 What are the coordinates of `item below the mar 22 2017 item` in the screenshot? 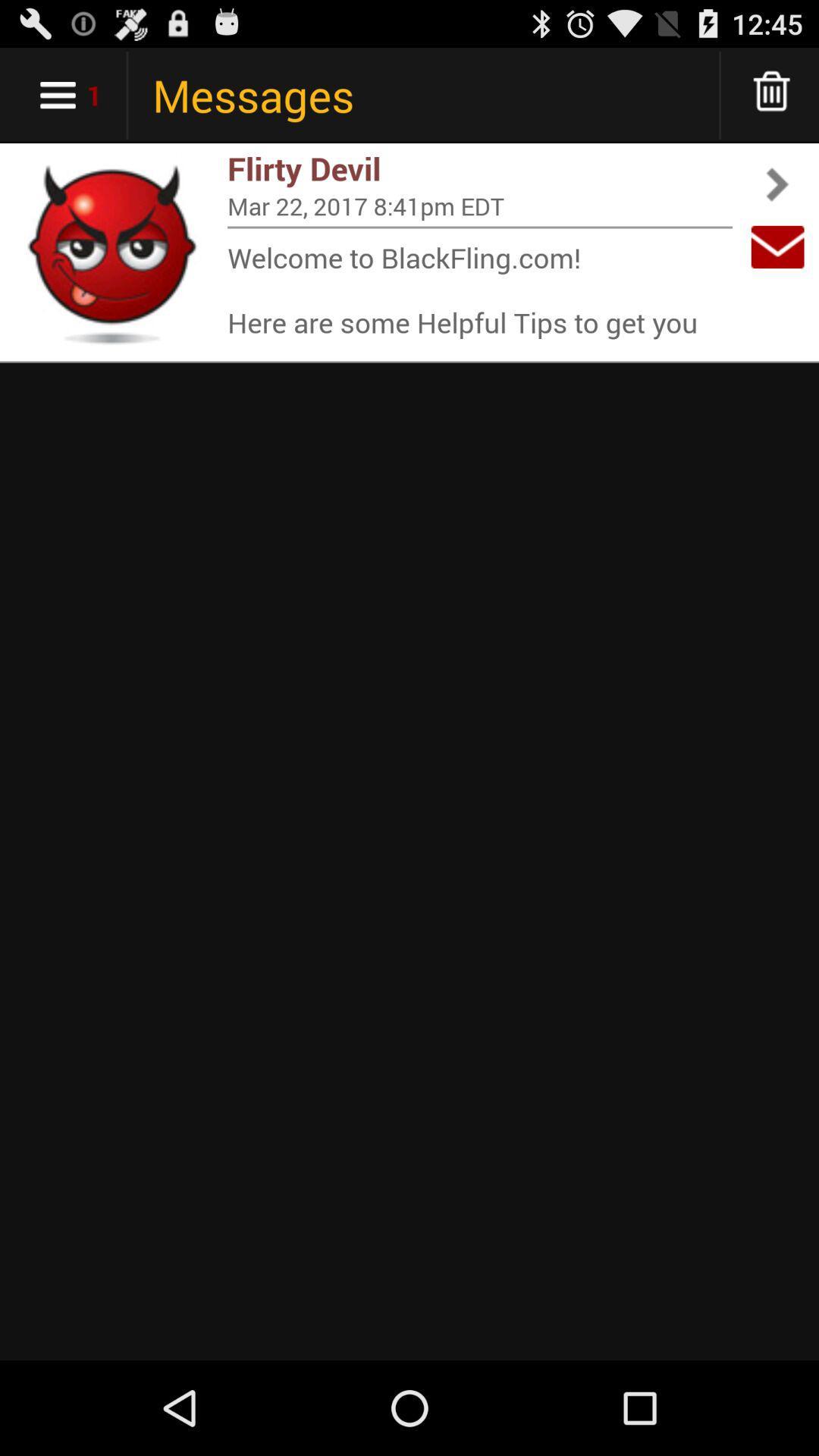 It's located at (479, 226).